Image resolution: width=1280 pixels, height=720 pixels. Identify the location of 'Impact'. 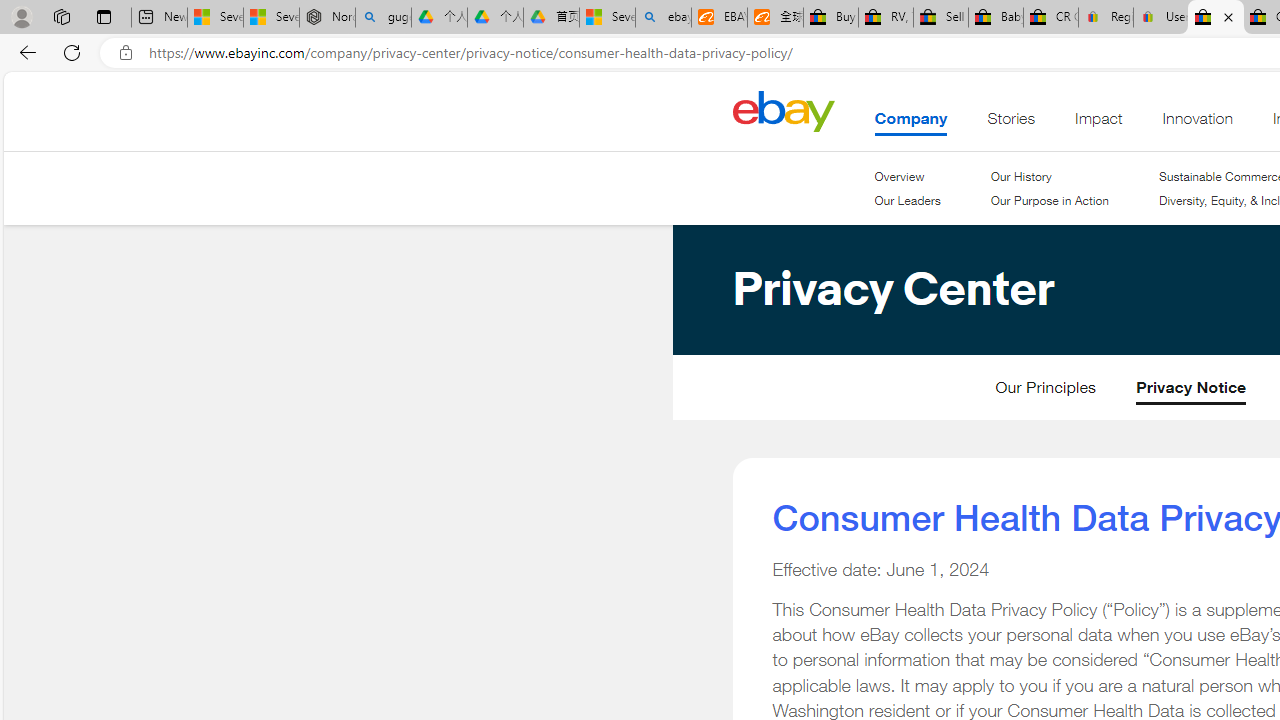
(1097, 123).